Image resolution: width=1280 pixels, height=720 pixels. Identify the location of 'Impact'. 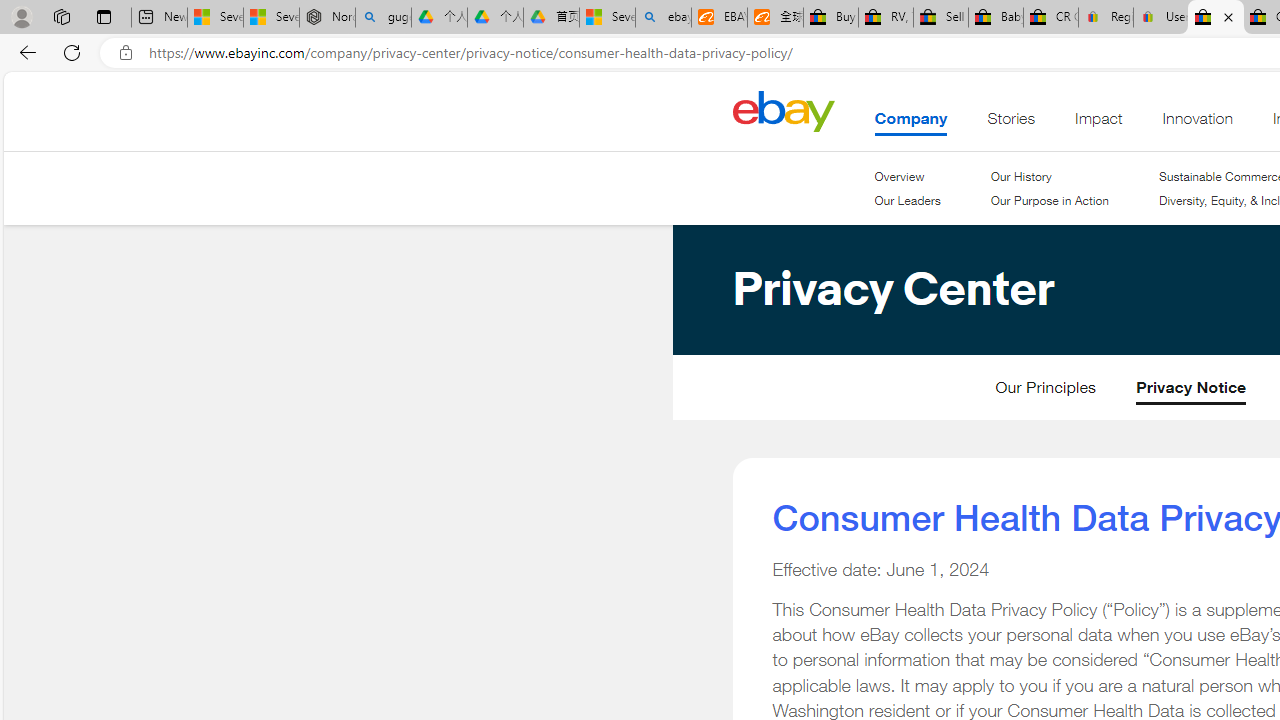
(1097, 123).